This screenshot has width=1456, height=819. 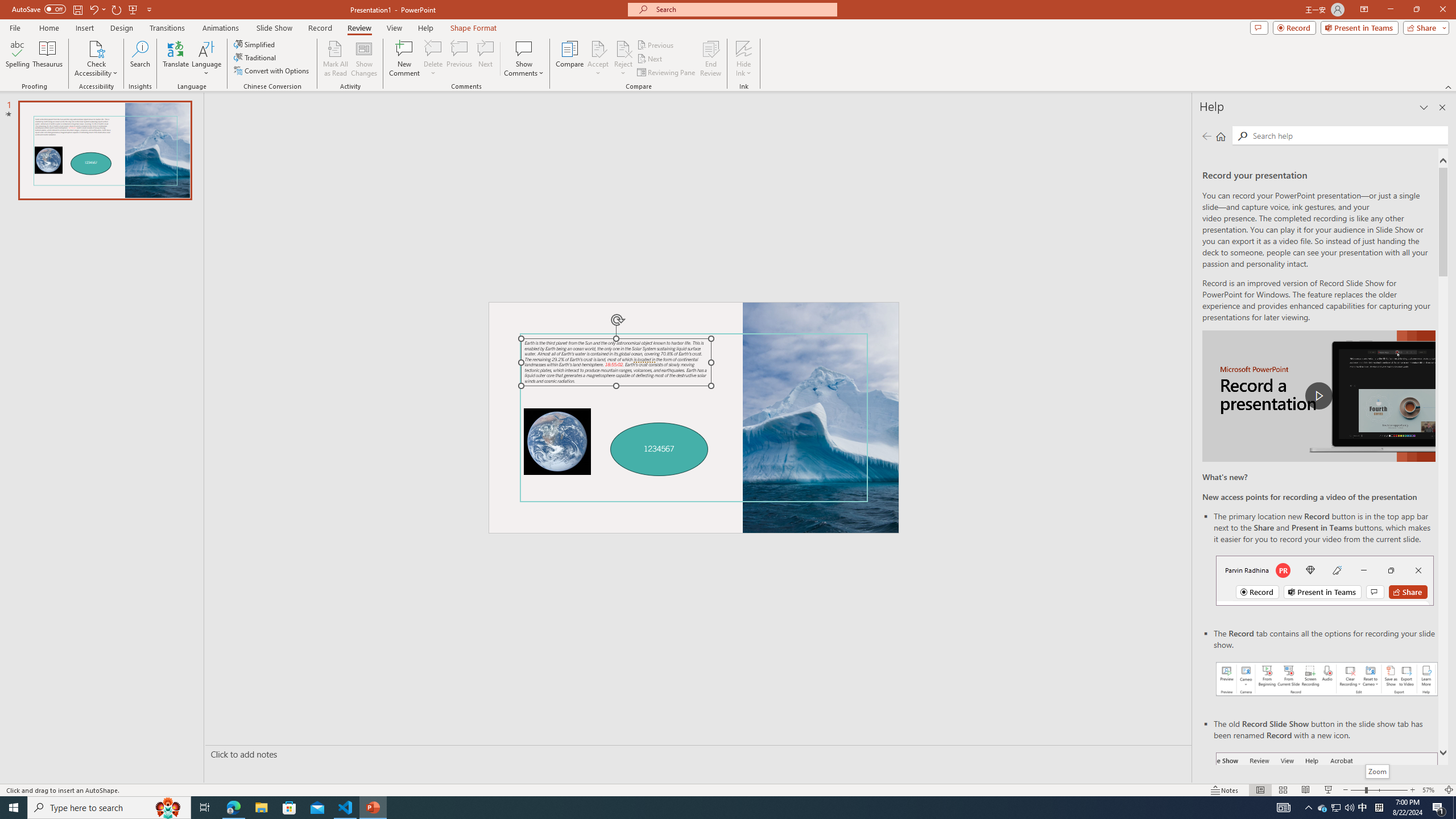 I want to click on 'Zoom 57%', so click(x=1430, y=790).